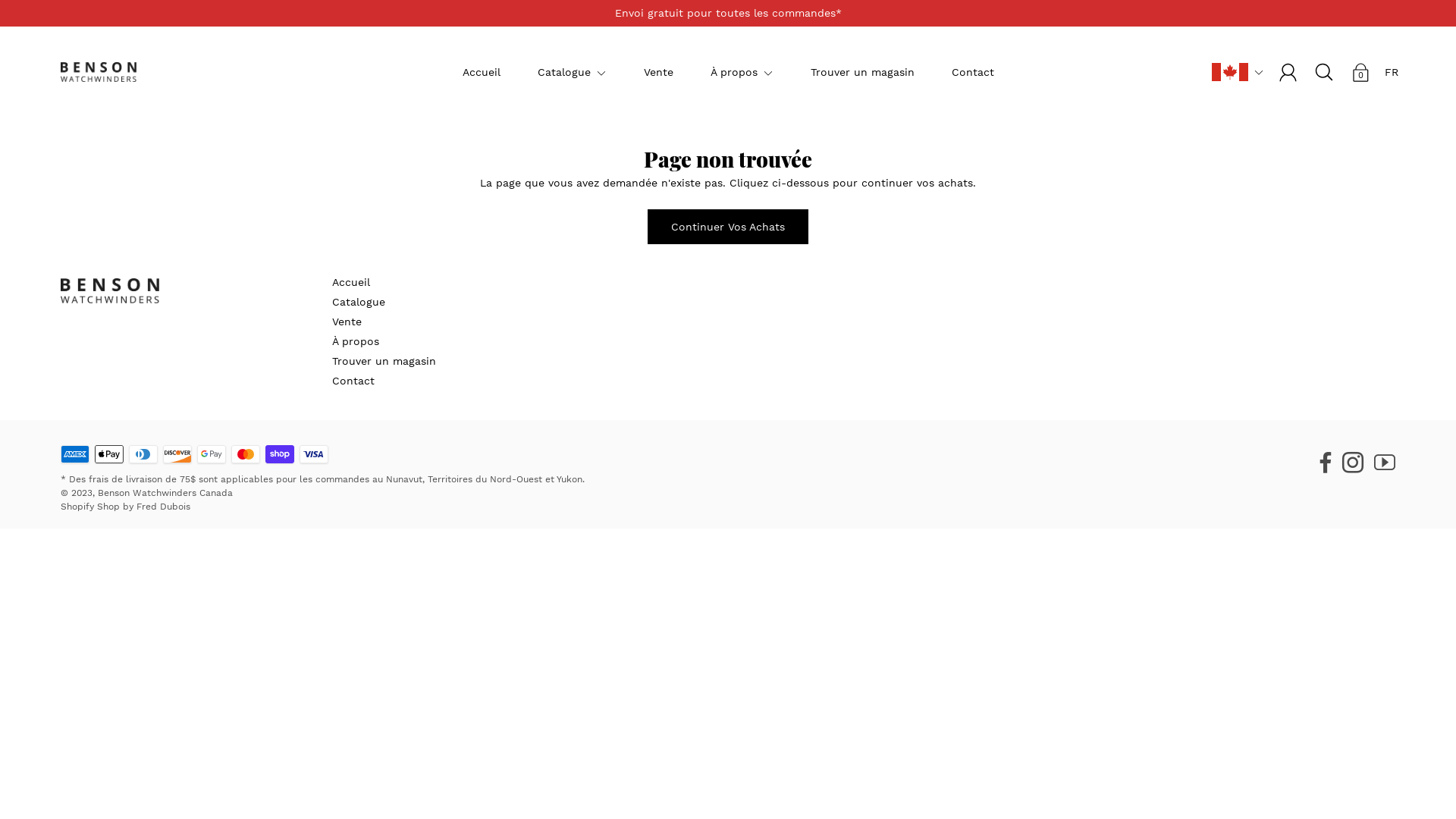 This screenshot has height=819, width=1456. What do you see at coordinates (352, 379) in the screenshot?
I see `'Contact'` at bounding box center [352, 379].